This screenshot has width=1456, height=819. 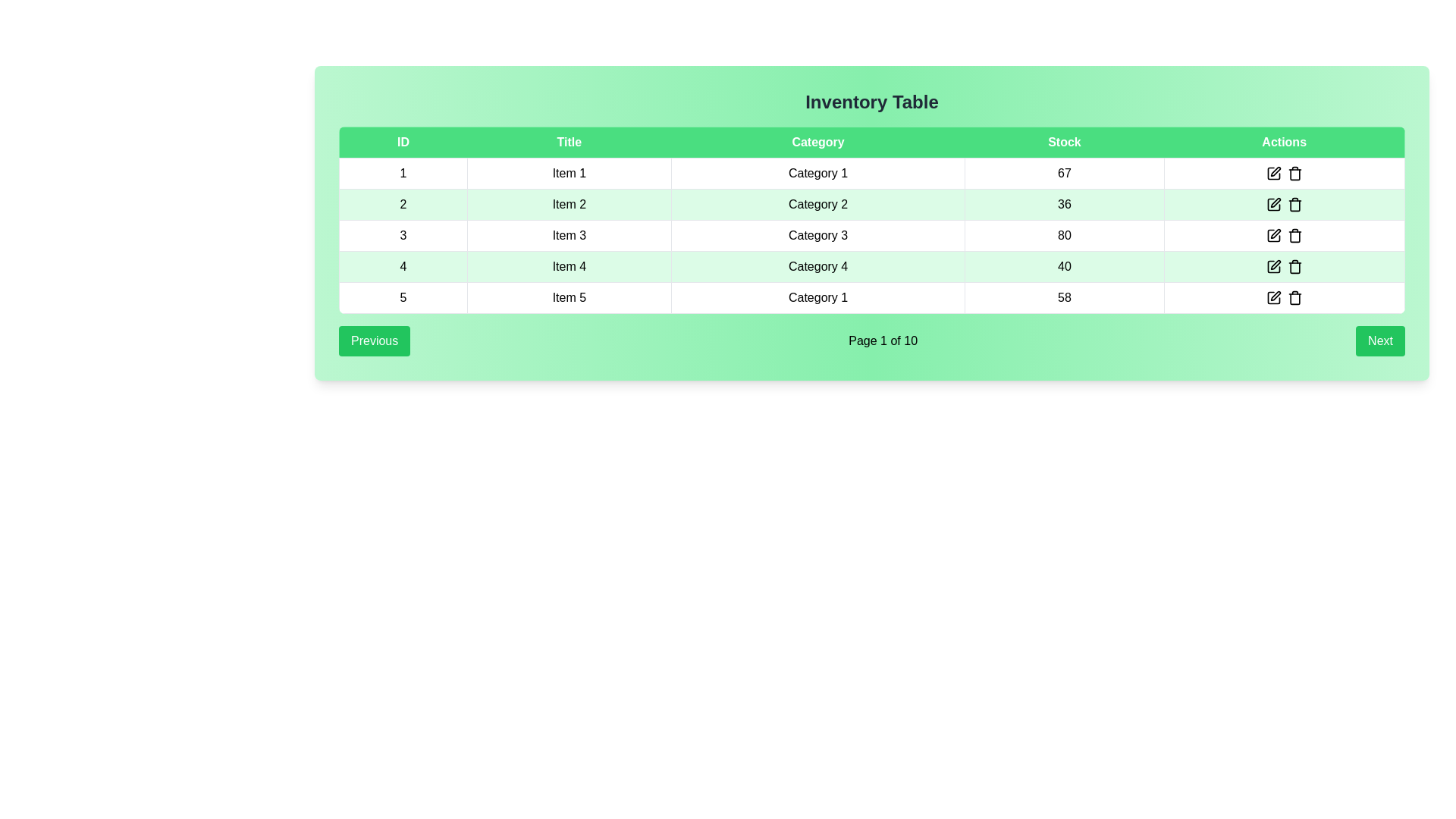 What do you see at coordinates (1294, 206) in the screenshot?
I see `the trash can SVG icon in the 'Actions' column of the second row of the 'Inventory Table'` at bounding box center [1294, 206].